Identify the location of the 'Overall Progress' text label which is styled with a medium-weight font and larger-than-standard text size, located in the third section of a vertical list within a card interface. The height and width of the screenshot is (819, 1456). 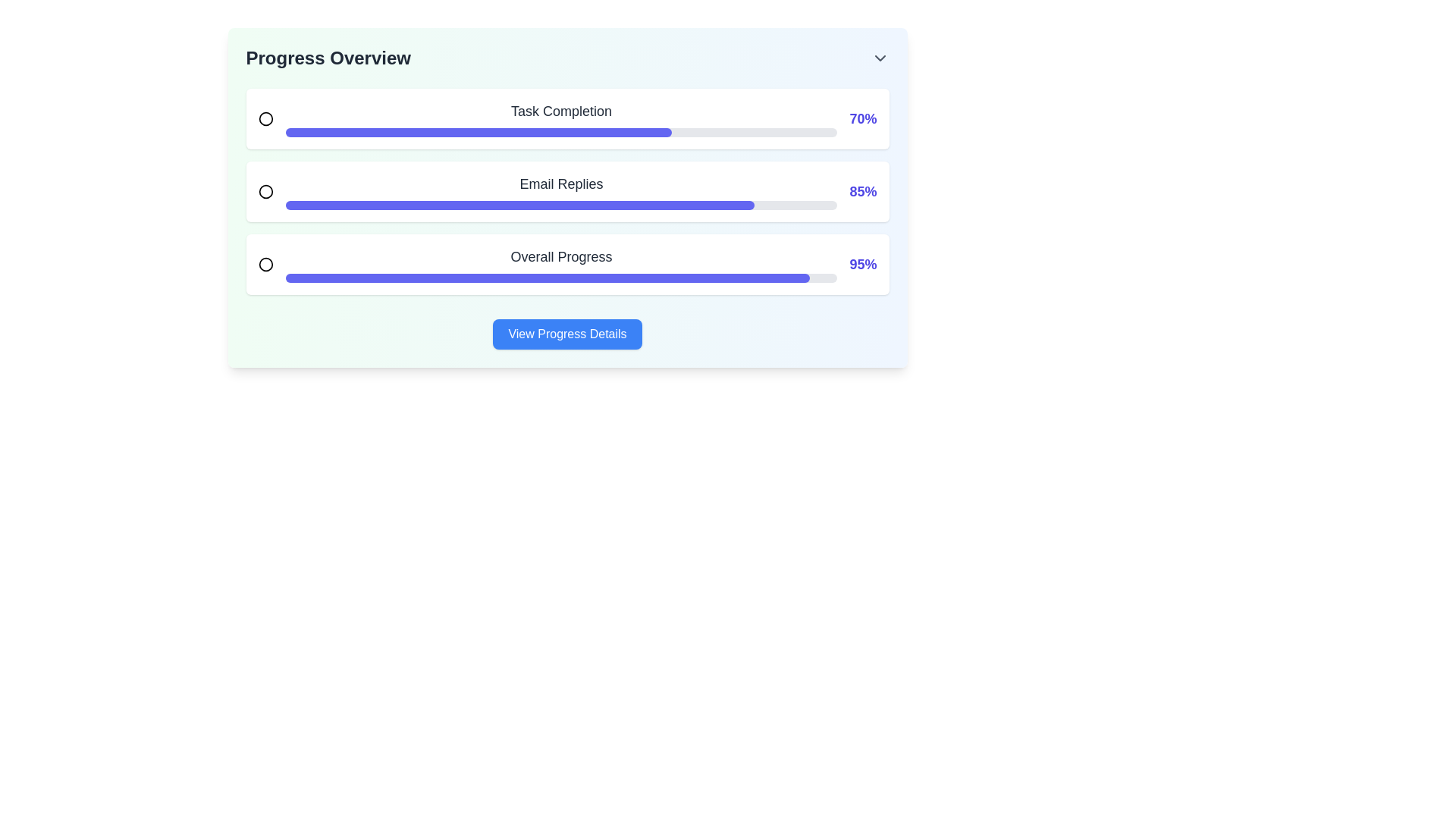
(560, 256).